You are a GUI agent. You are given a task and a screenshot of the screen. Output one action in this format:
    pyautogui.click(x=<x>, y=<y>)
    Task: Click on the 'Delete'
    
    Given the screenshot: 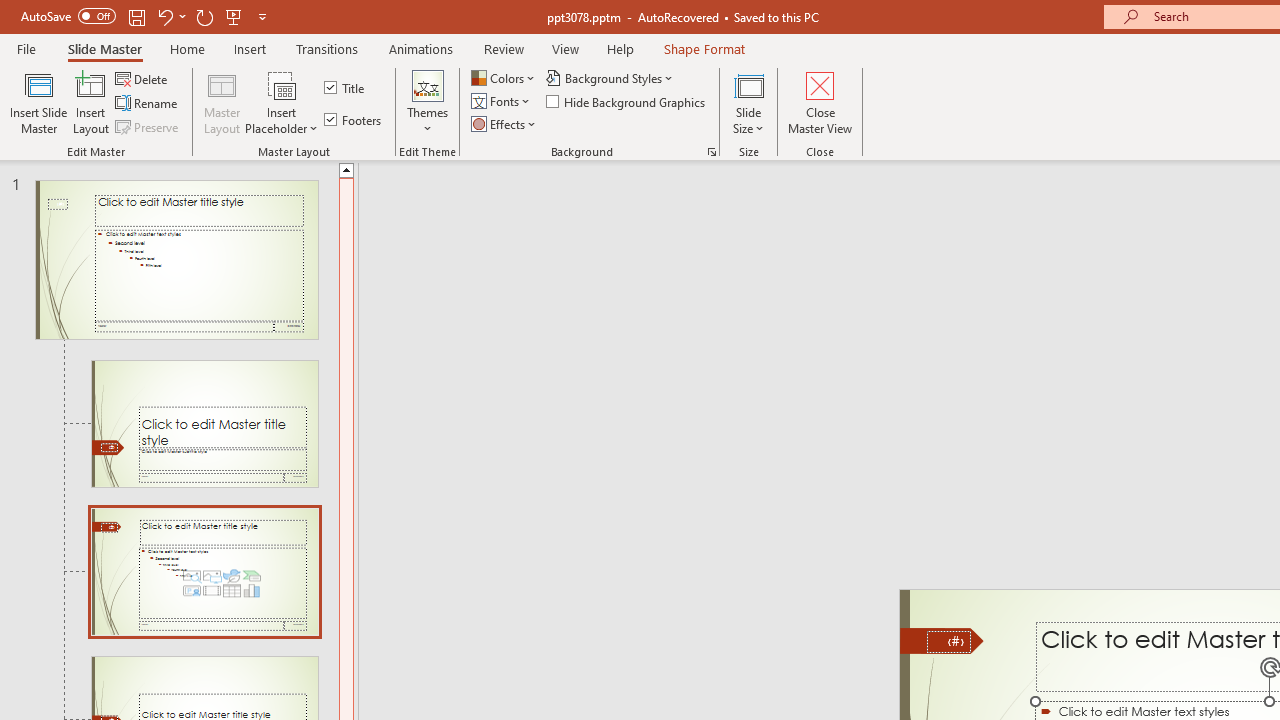 What is the action you would take?
    pyautogui.click(x=142, y=78)
    